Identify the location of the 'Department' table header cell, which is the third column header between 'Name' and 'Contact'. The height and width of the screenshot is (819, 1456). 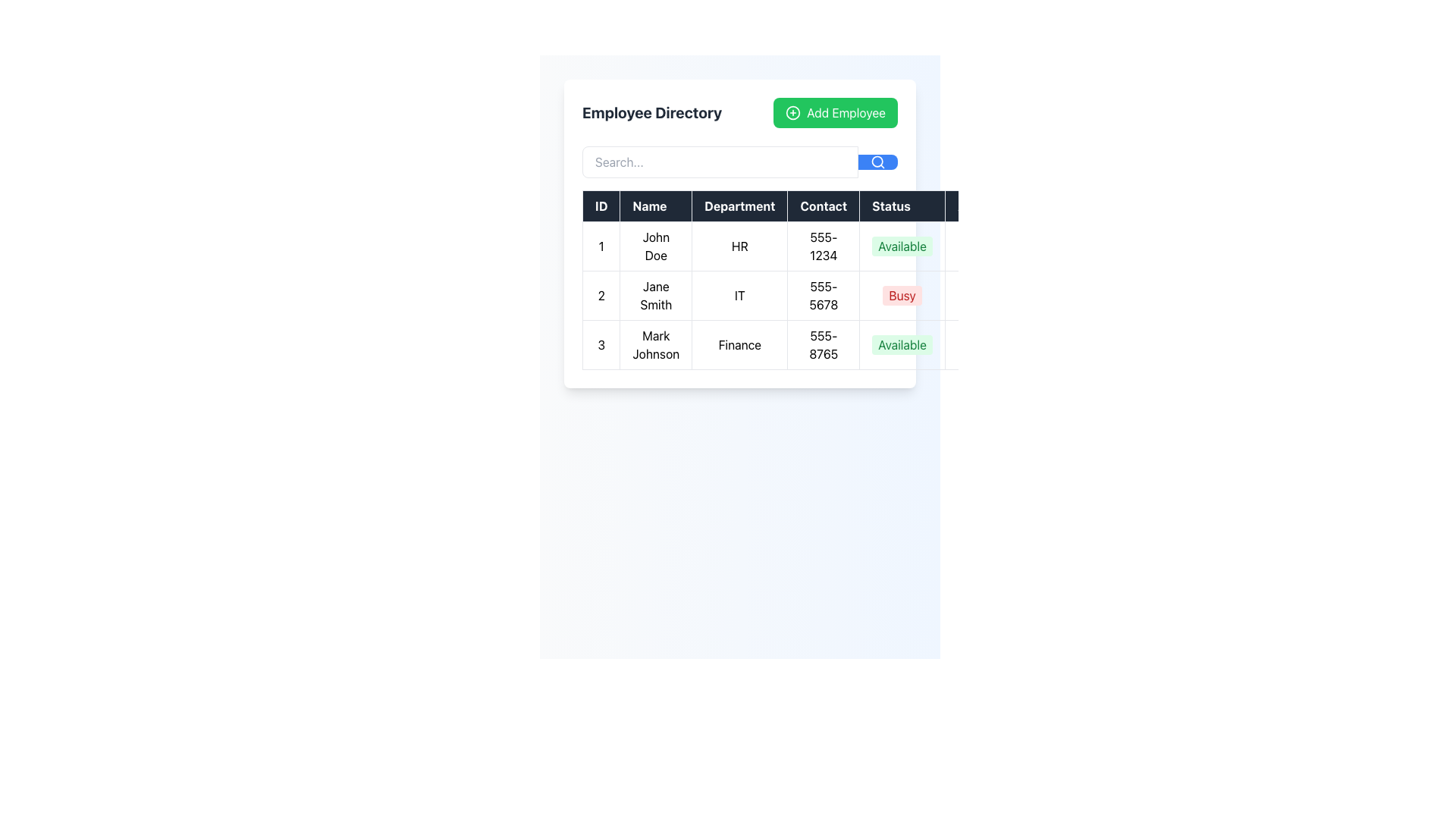
(739, 206).